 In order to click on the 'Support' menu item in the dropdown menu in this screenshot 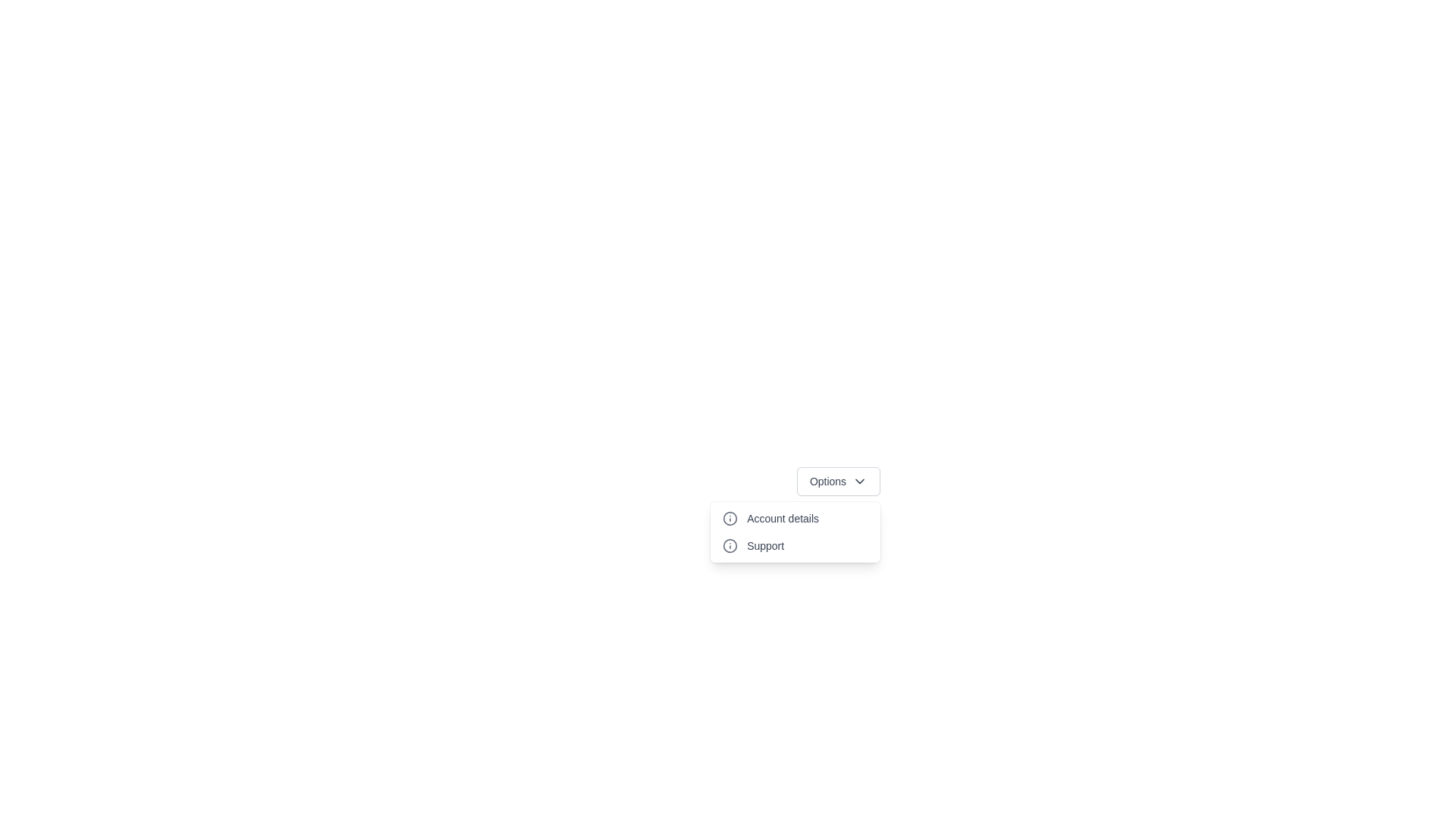, I will do `click(795, 546)`.